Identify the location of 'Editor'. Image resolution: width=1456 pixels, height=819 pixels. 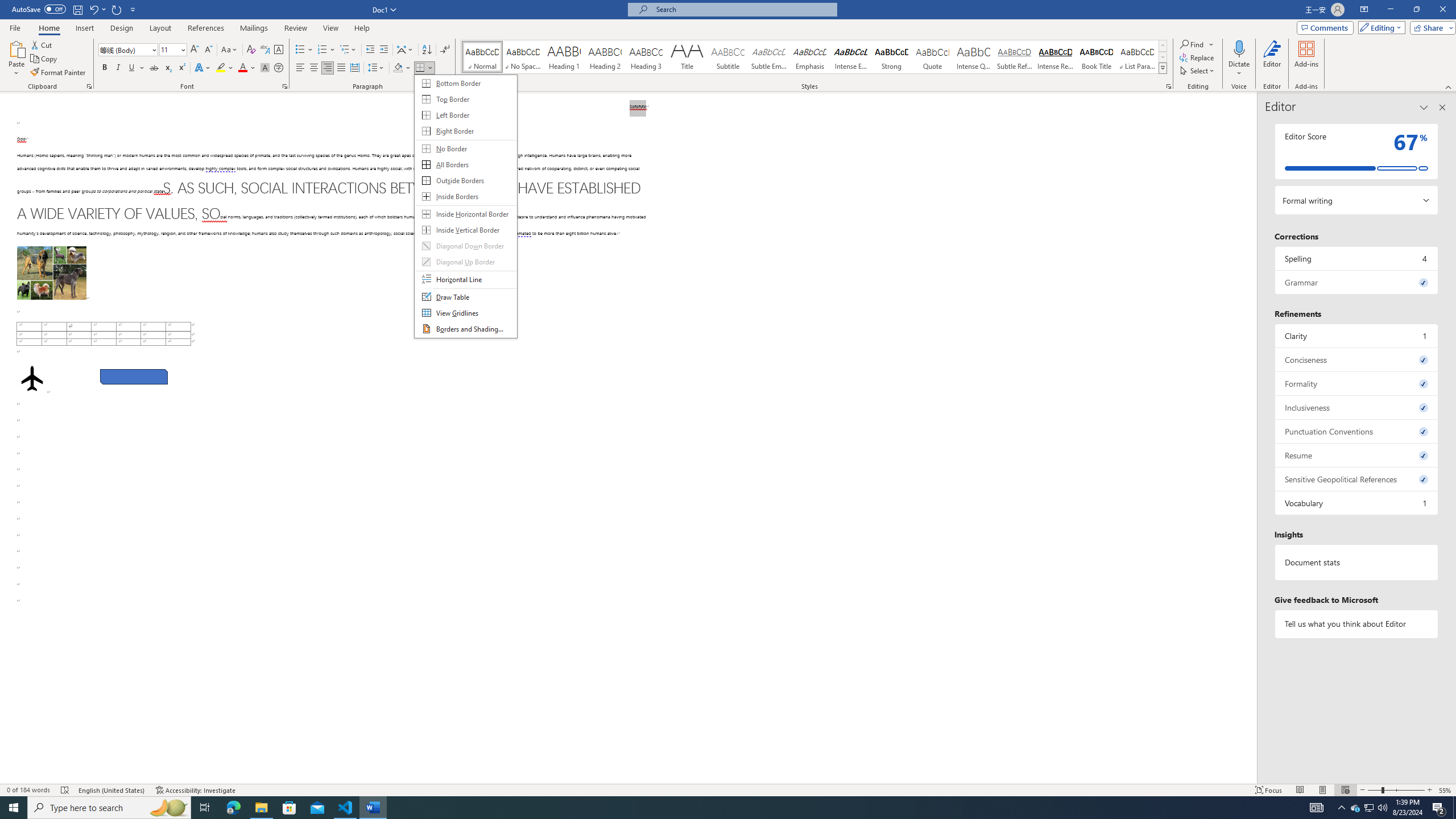
(1272, 59).